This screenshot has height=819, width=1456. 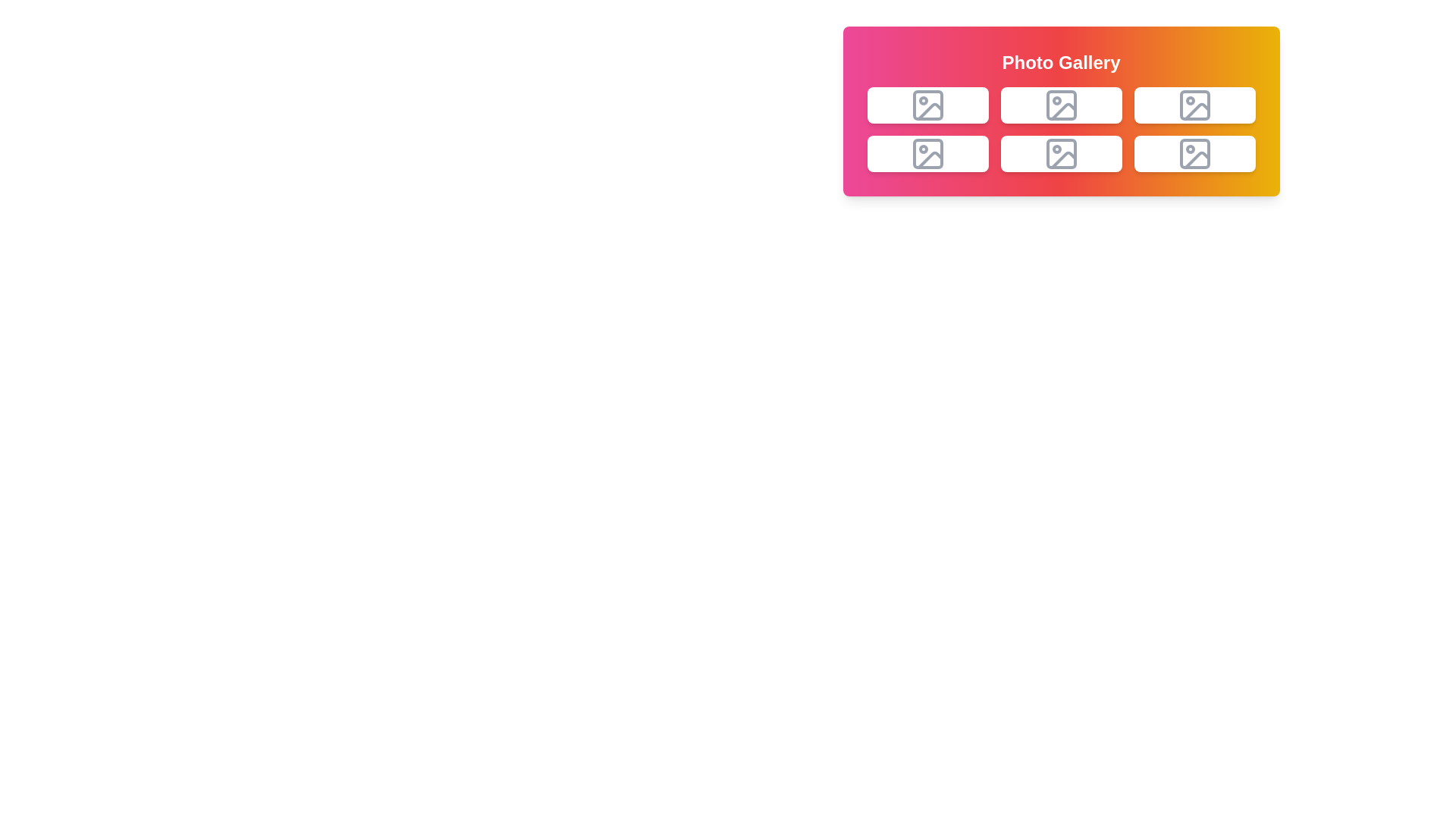 What do you see at coordinates (1214, 104) in the screenshot?
I see `the small circular button with a red heart icon located at the top-right corner of the grid within the 'Photo Gallery' section to like the item` at bounding box center [1214, 104].